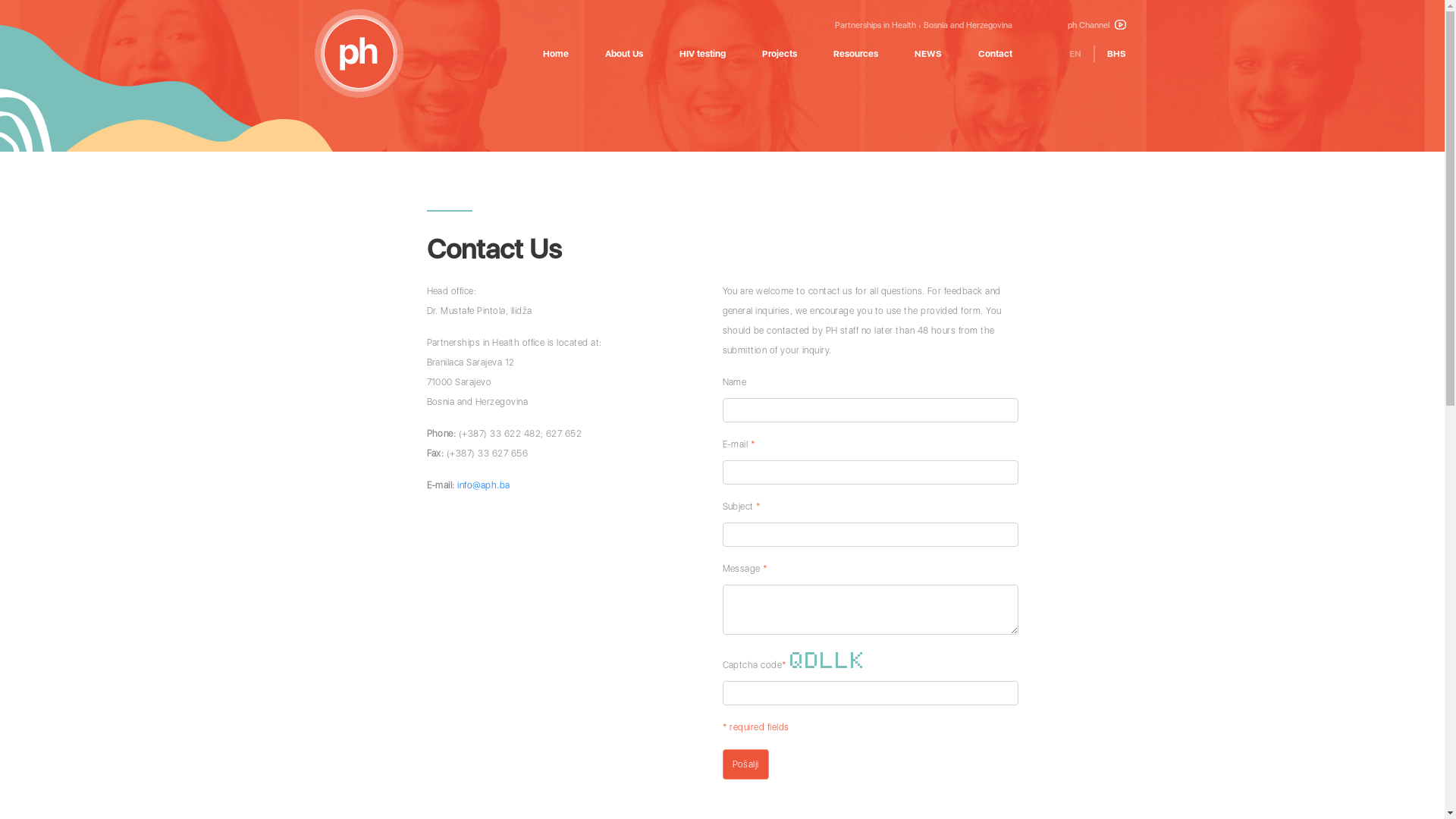  I want to click on 'Resources', so click(855, 52).